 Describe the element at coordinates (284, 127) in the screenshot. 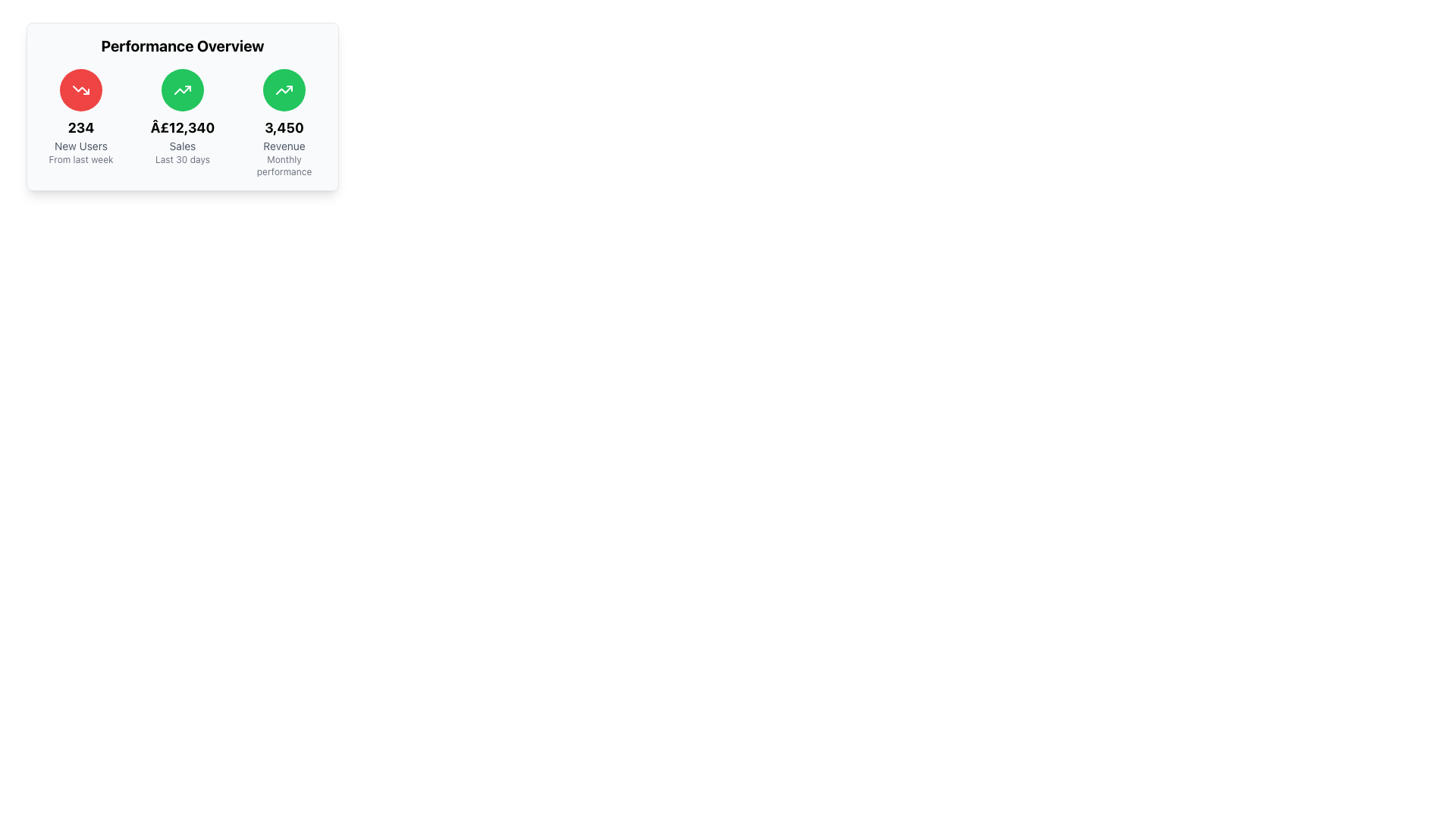

I see `the Static Text Display that shows a numerical value for revenue in the performance analytics dashboard, located in the third column below a green circular icon with an upward trending arrow` at that location.